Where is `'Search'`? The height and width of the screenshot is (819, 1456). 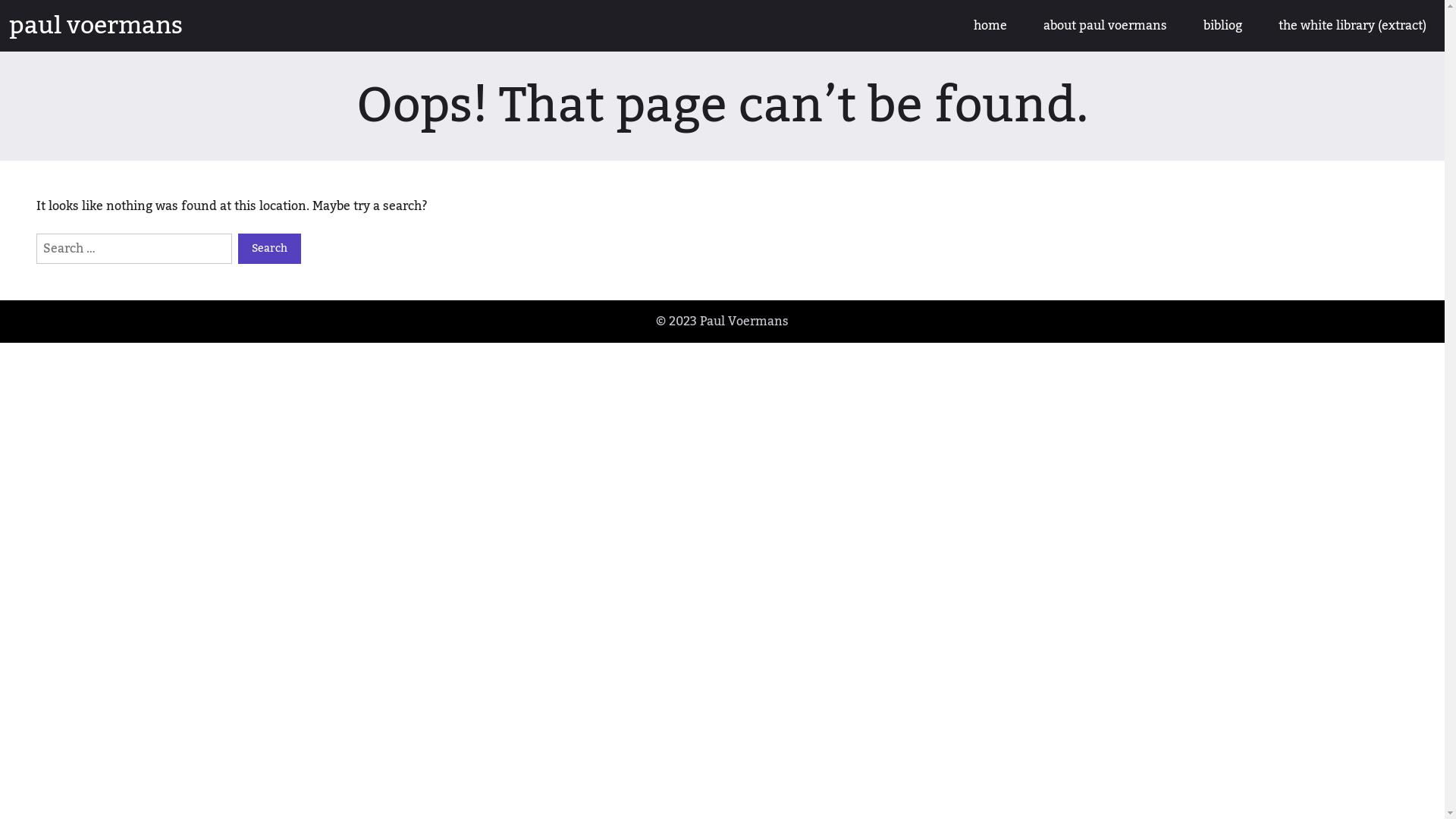 'Search' is located at coordinates (269, 247).